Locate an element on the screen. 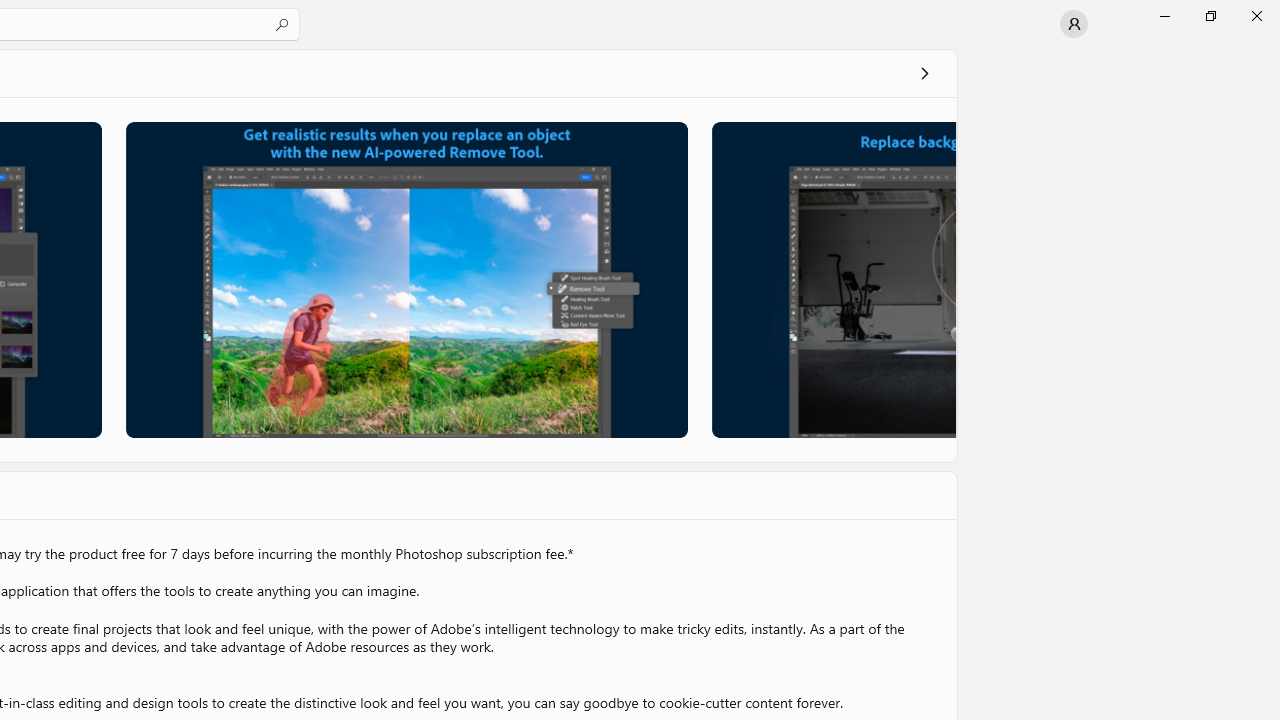 The height and width of the screenshot is (720, 1280). 'Minimize Microsoft Store' is located at coordinates (1164, 15).